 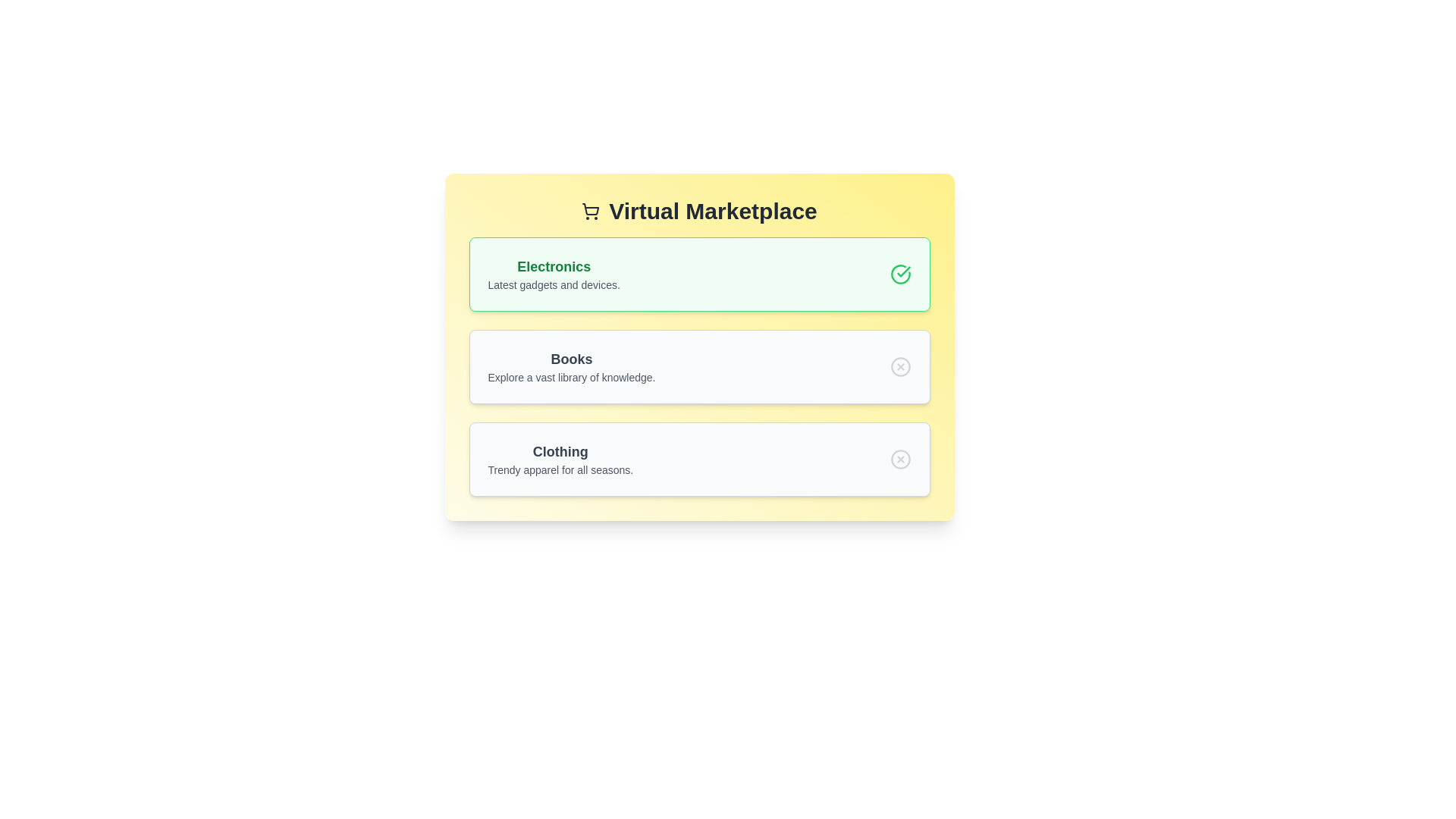 What do you see at coordinates (698, 275) in the screenshot?
I see `the category Electronics by clicking on it` at bounding box center [698, 275].